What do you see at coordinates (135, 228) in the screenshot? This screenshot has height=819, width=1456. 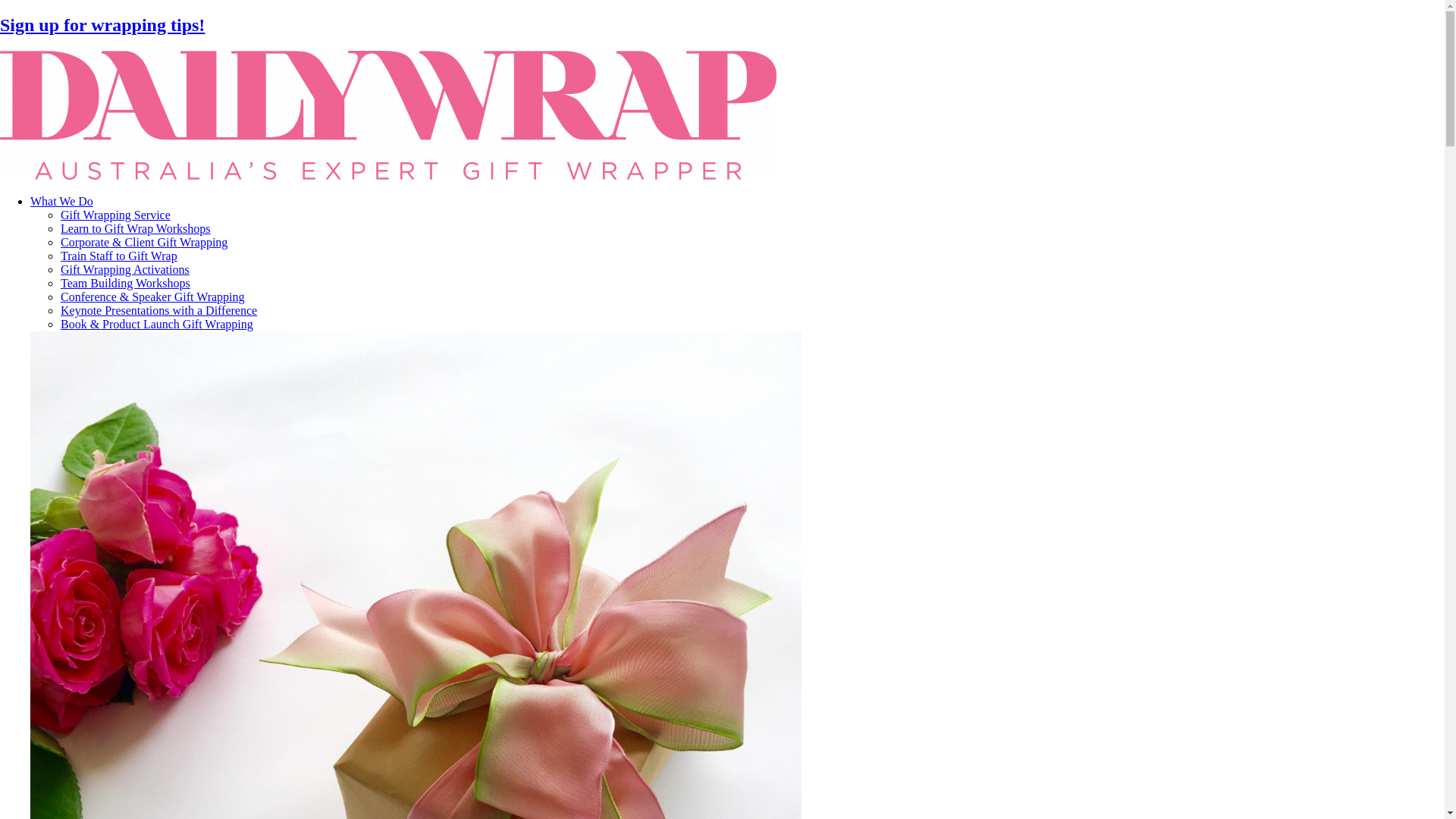 I see `'Learn to Gift Wrap Workshops'` at bounding box center [135, 228].